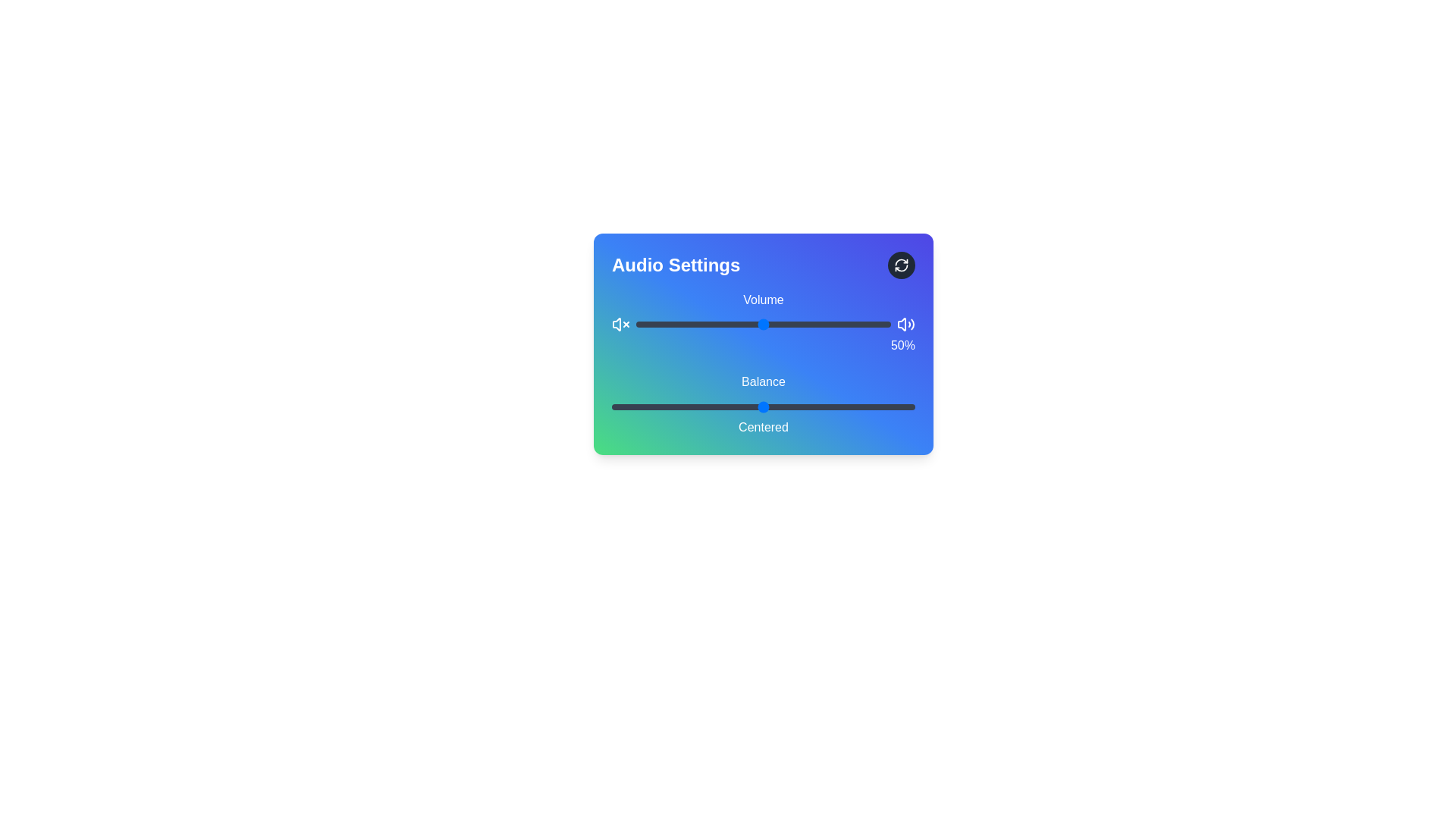 This screenshot has width=1456, height=819. I want to click on the volume slider, so click(701, 324).